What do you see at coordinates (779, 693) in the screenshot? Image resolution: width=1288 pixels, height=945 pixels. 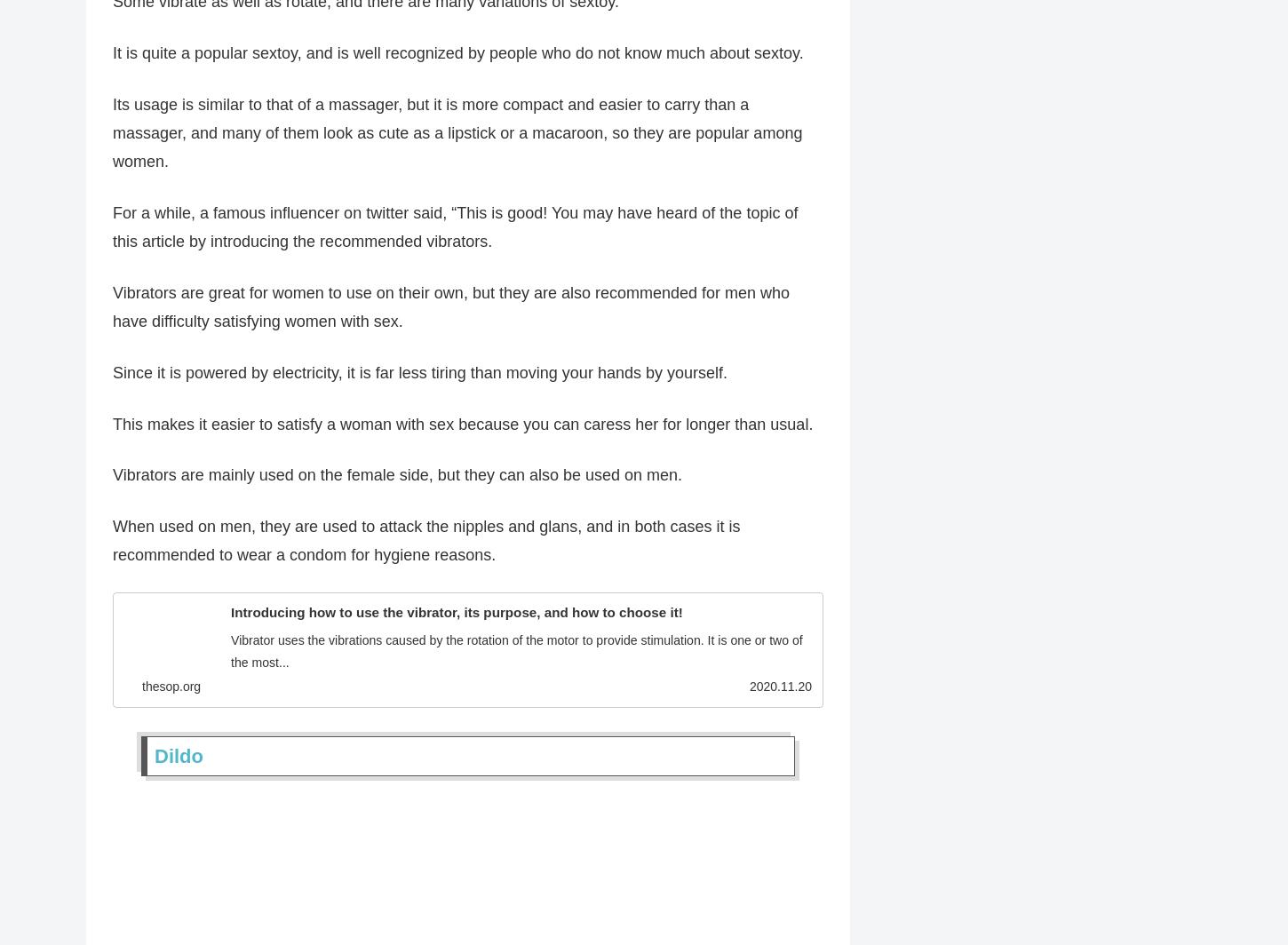 I see `'2020.11.20'` at bounding box center [779, 693].